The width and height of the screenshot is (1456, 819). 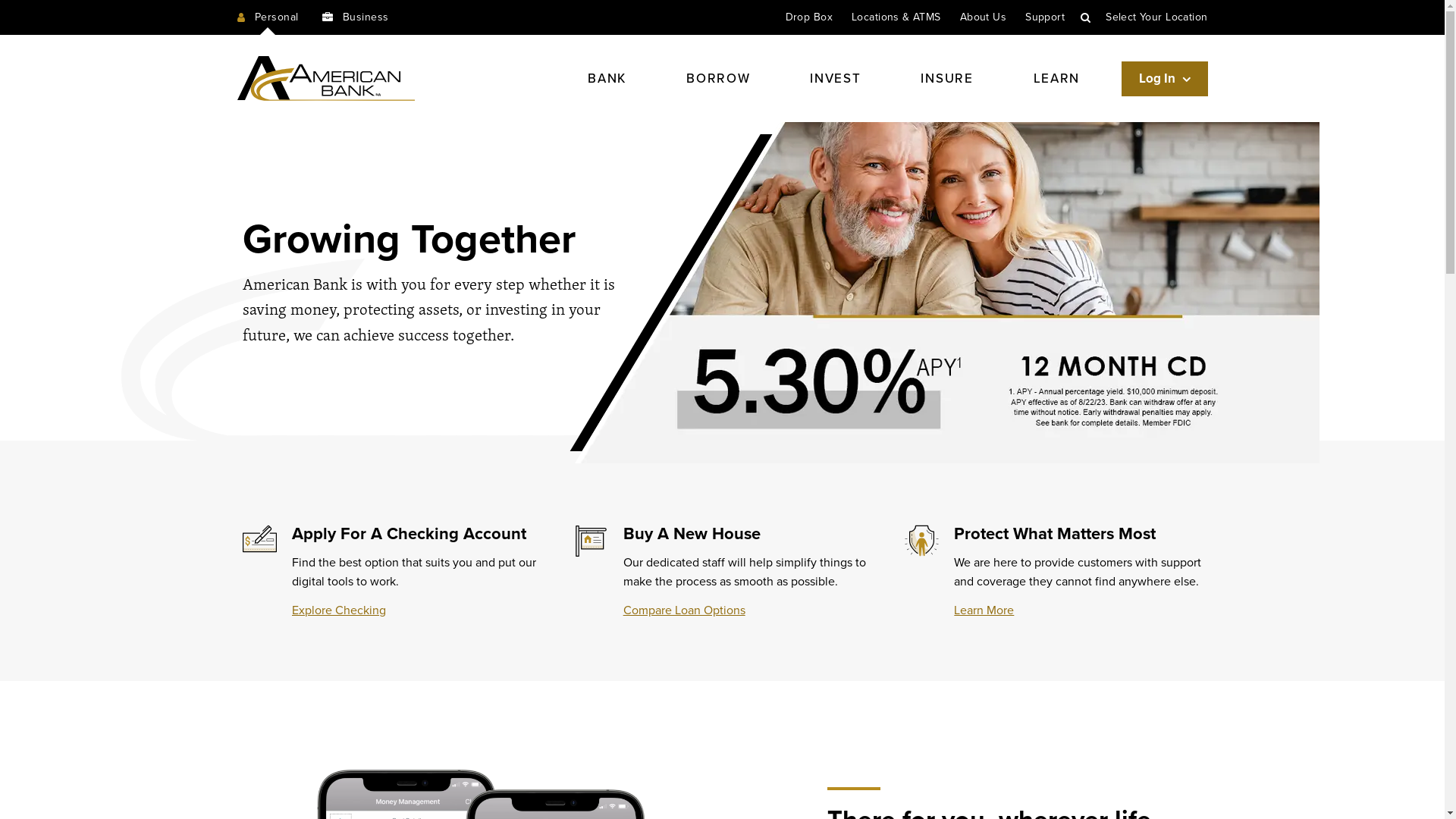 What do you see at coordinates (1043, 17) in the screenshot?
I see `'Support'` at bounding box center [1043, 17].